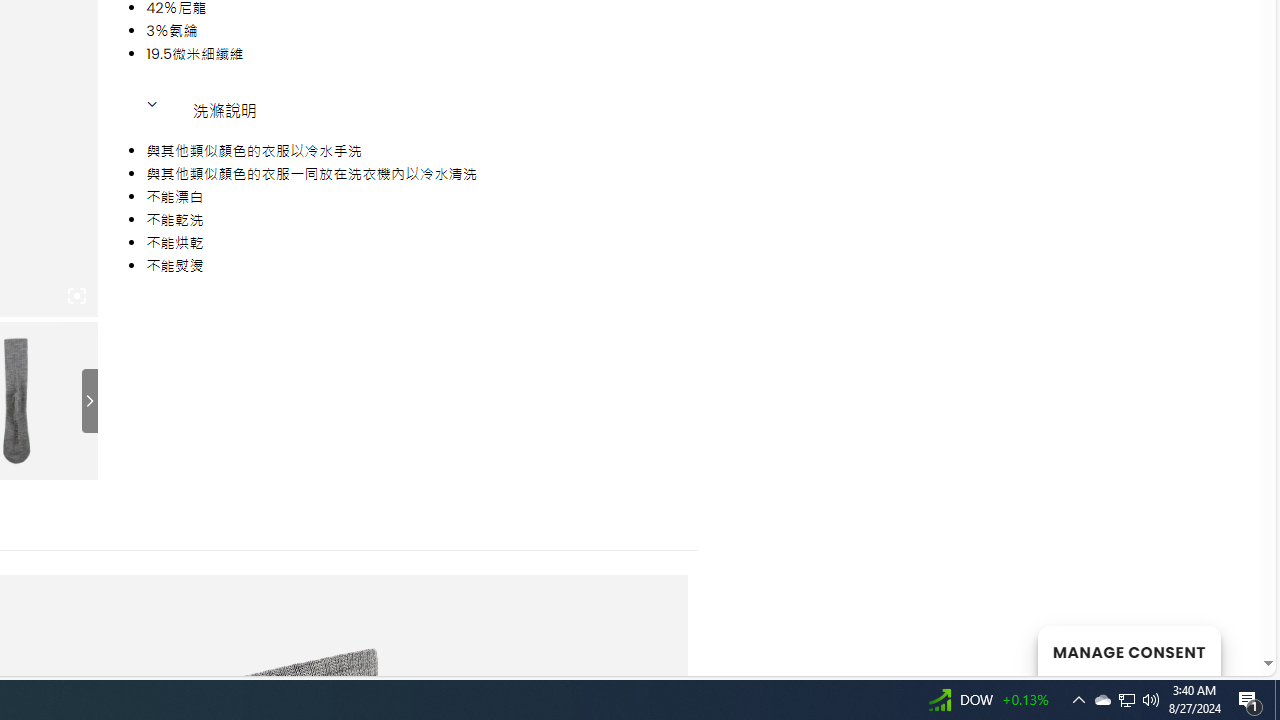  I want to click on 'Class: iconic-woothumbs-fullscreen', so click(76, 296).